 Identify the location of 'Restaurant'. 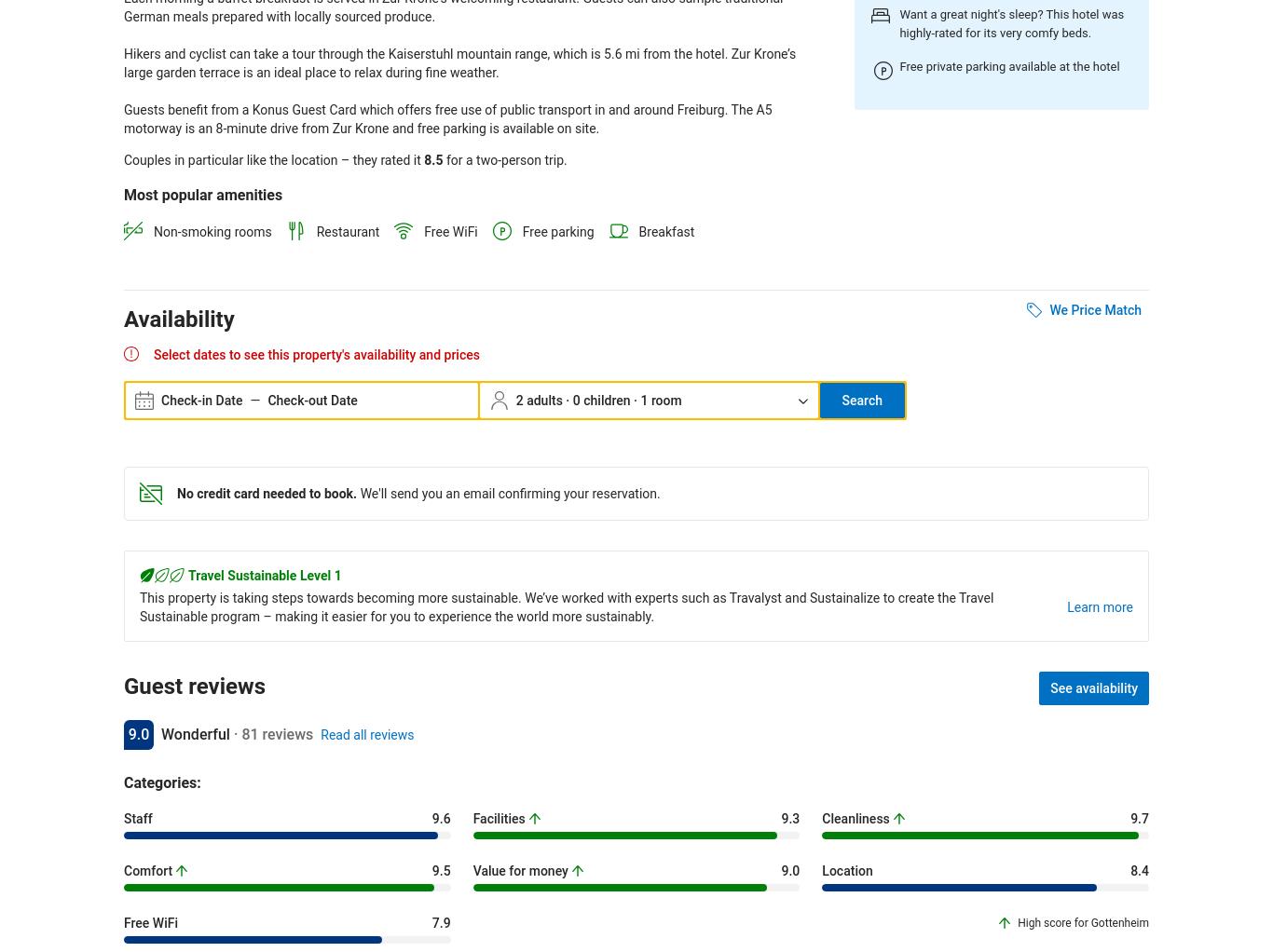
(347, 230).